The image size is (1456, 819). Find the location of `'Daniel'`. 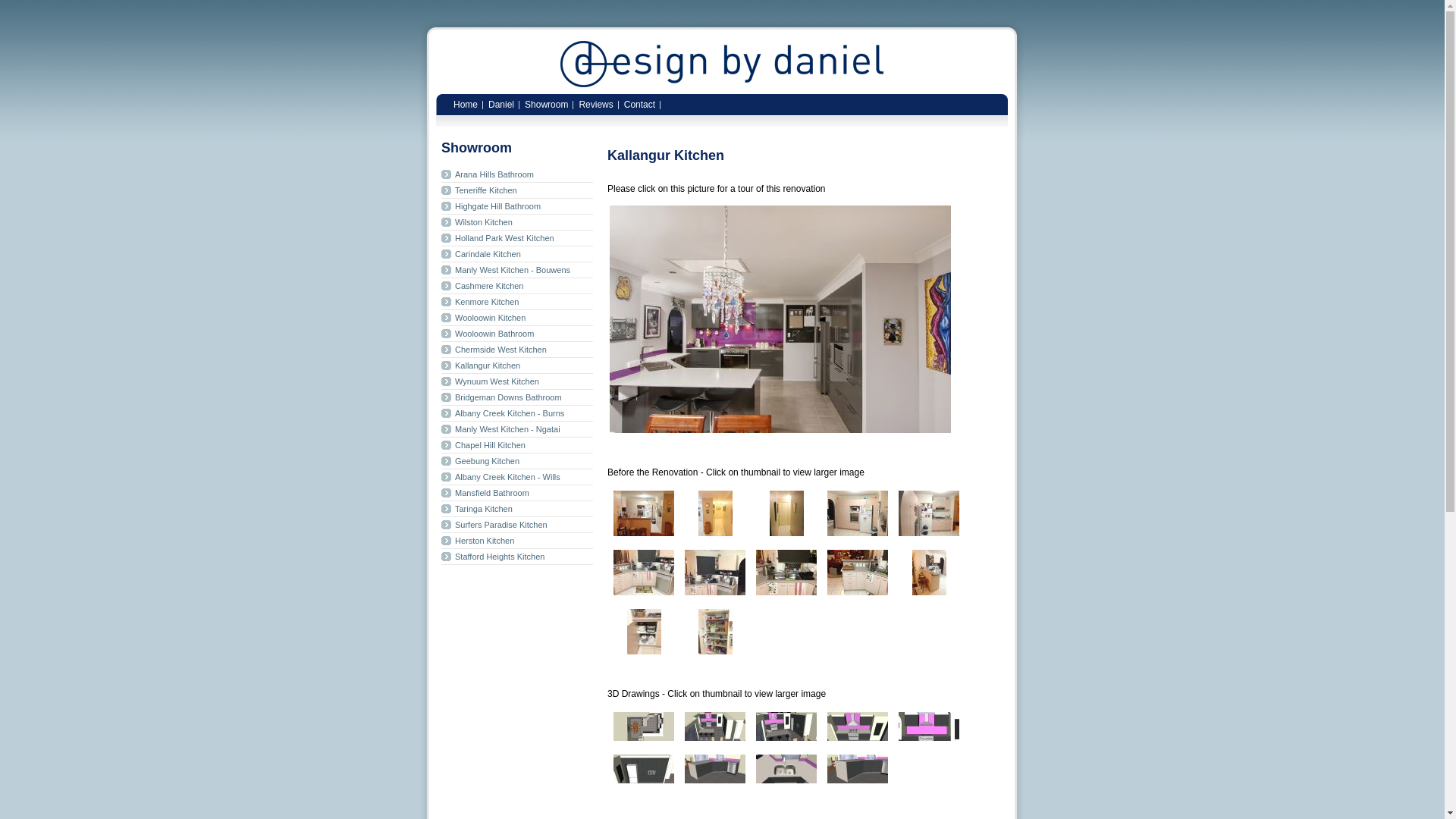

'Daniel' is located at coordinates (501, 102).